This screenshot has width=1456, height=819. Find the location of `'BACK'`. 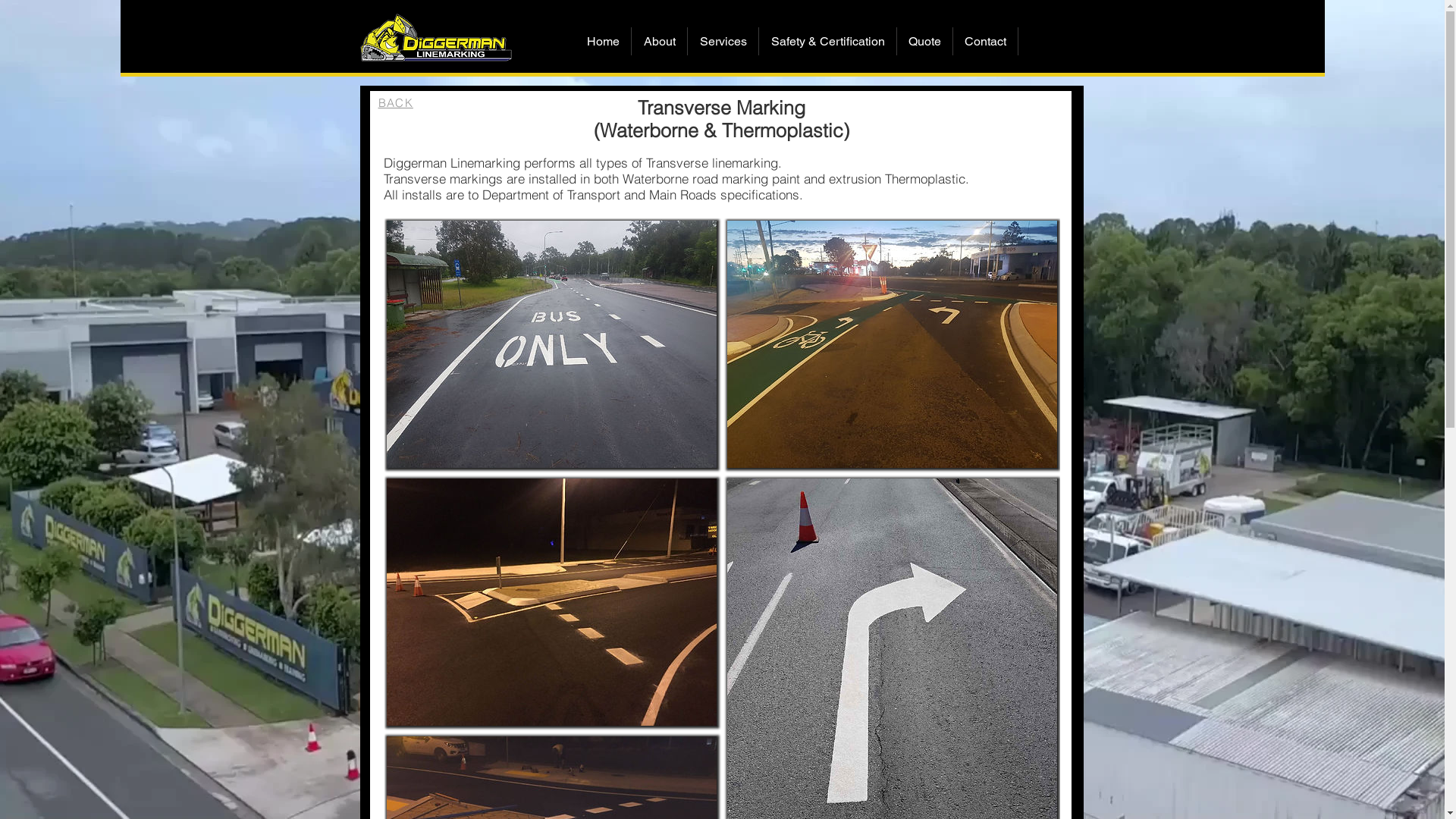

'BACK' is located at coordinates (395, 102).